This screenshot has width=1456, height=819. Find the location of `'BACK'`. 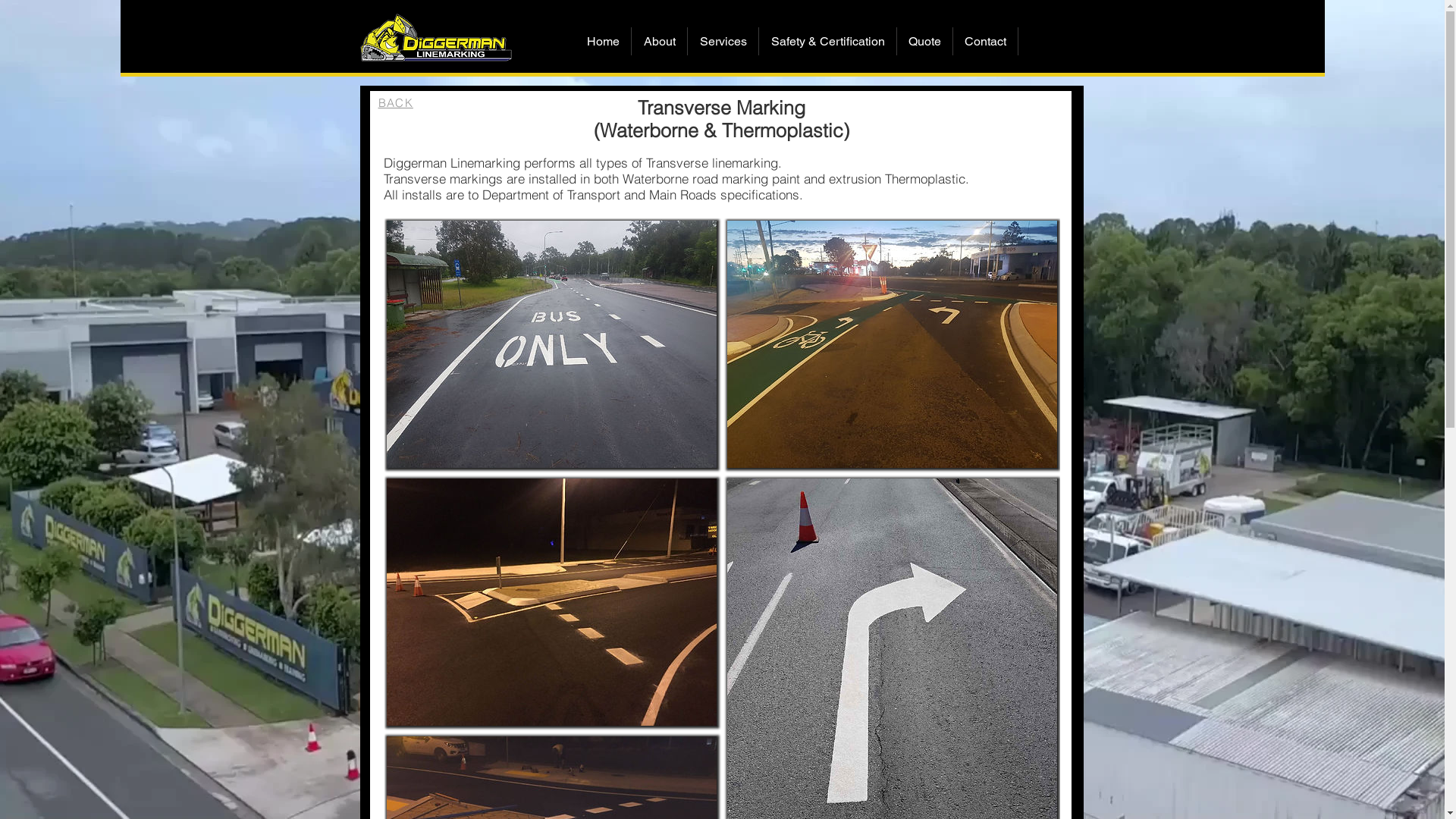

'BACK' is located at coordinates (395, 102).